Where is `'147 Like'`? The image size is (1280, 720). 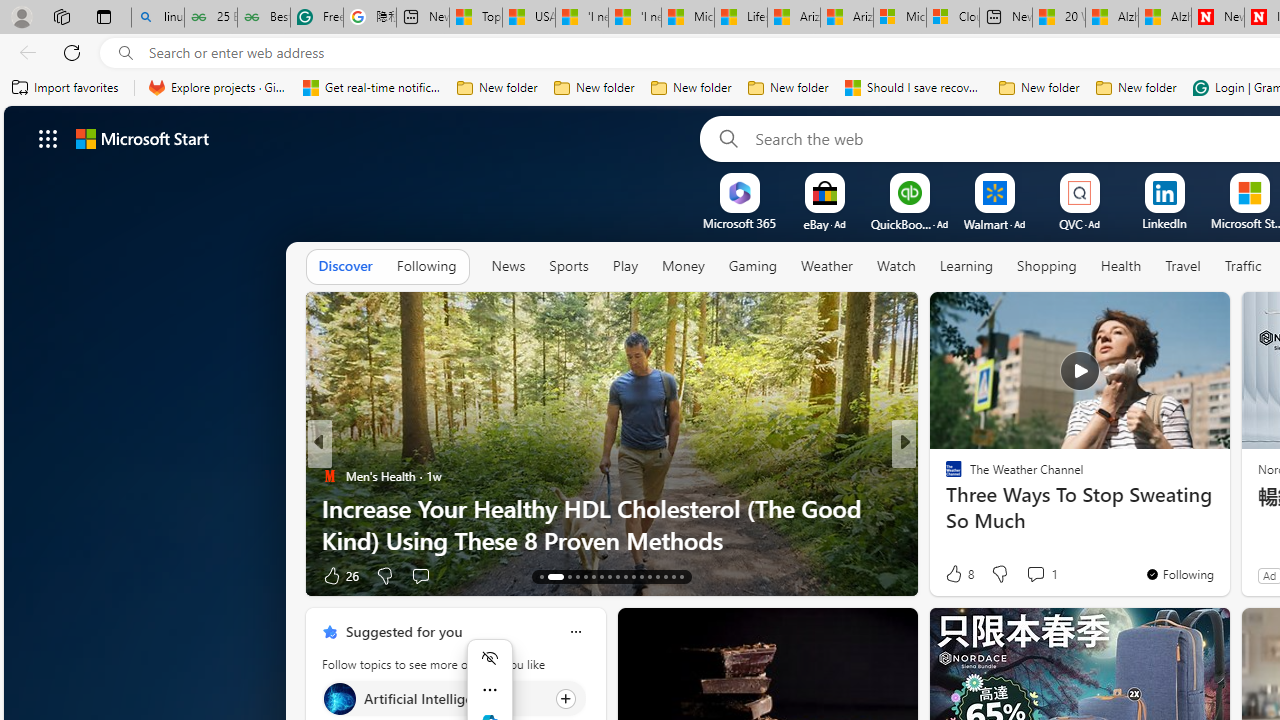
'147 Like' is located at coordinates (958, 575).